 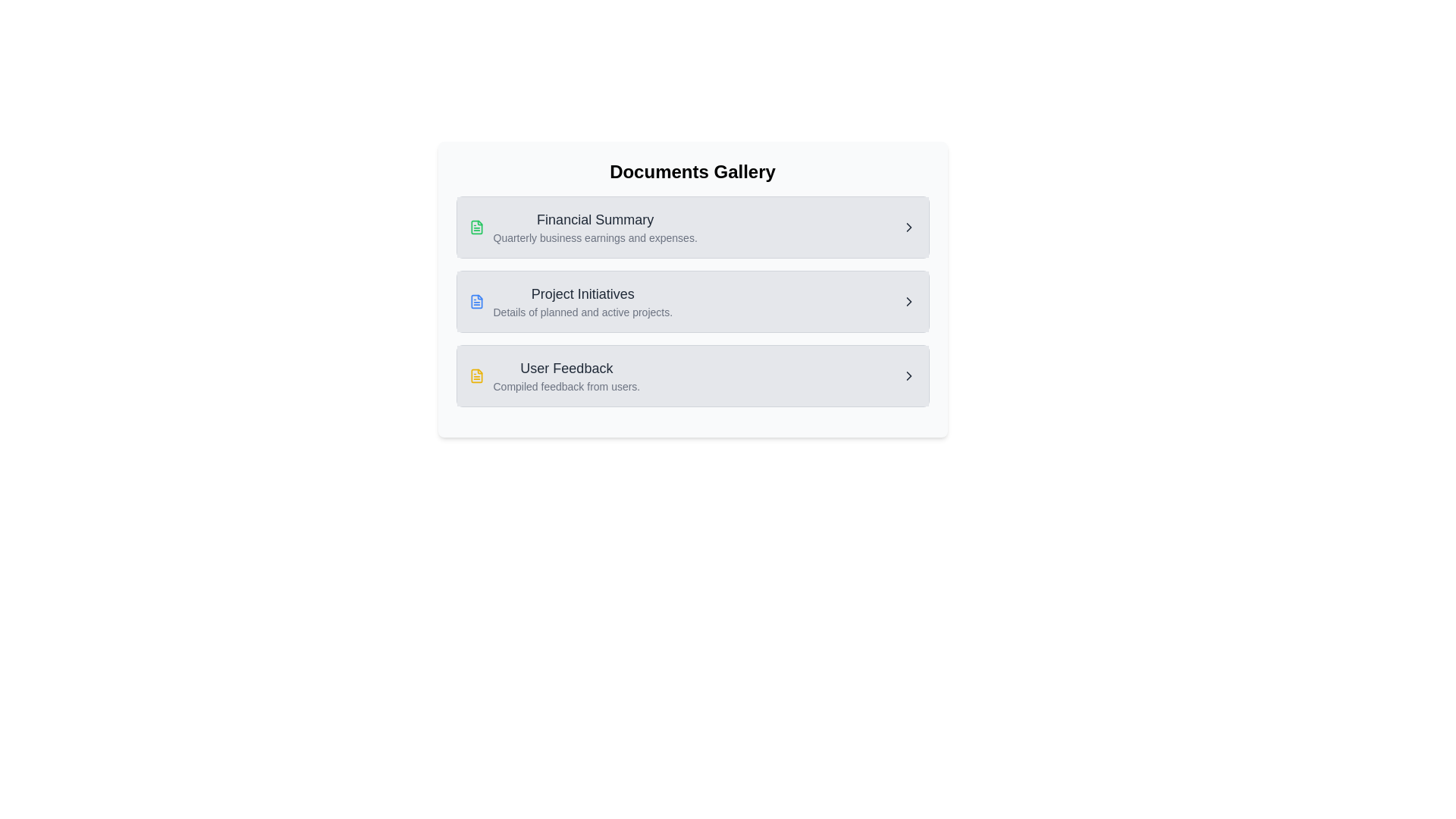 I want to click on the chevron-right icon styled in gray, located to the right of the 'Project Initiatives' section, so click(x=908, y=301).